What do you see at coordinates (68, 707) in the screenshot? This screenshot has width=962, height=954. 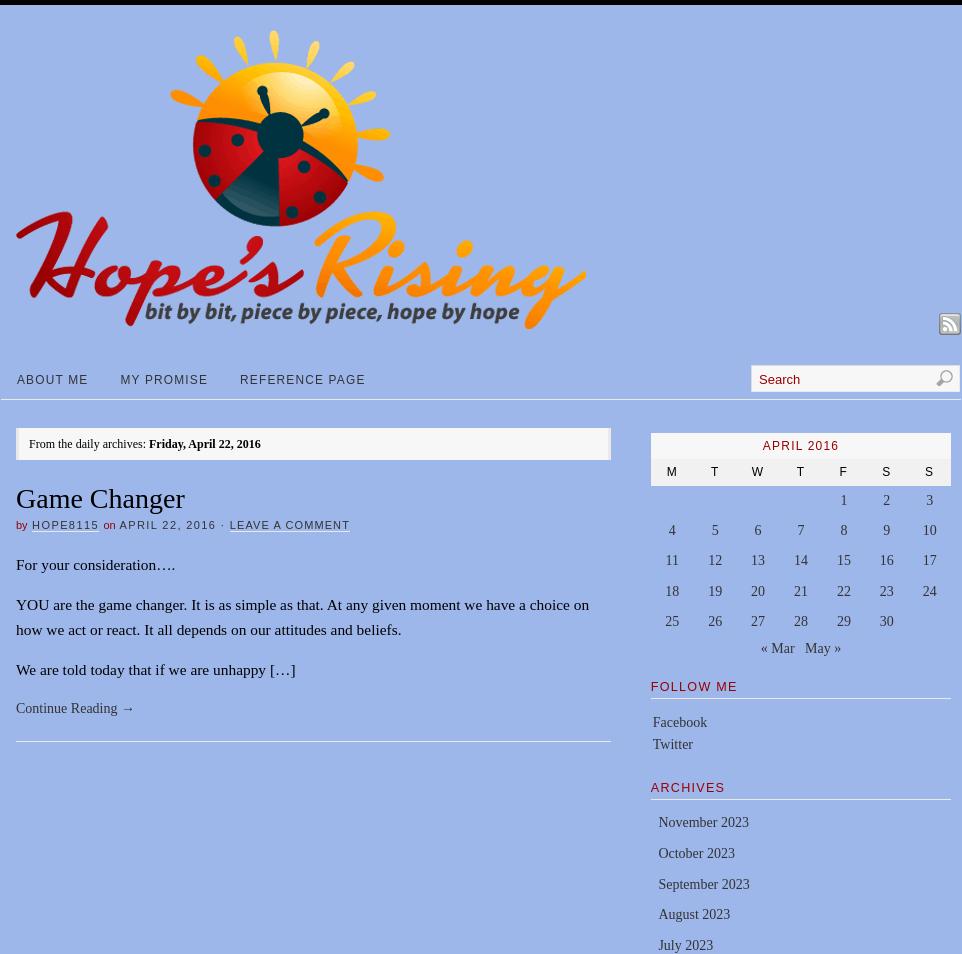 I see `'Continue Reading'` at bounding box center [68, 707].